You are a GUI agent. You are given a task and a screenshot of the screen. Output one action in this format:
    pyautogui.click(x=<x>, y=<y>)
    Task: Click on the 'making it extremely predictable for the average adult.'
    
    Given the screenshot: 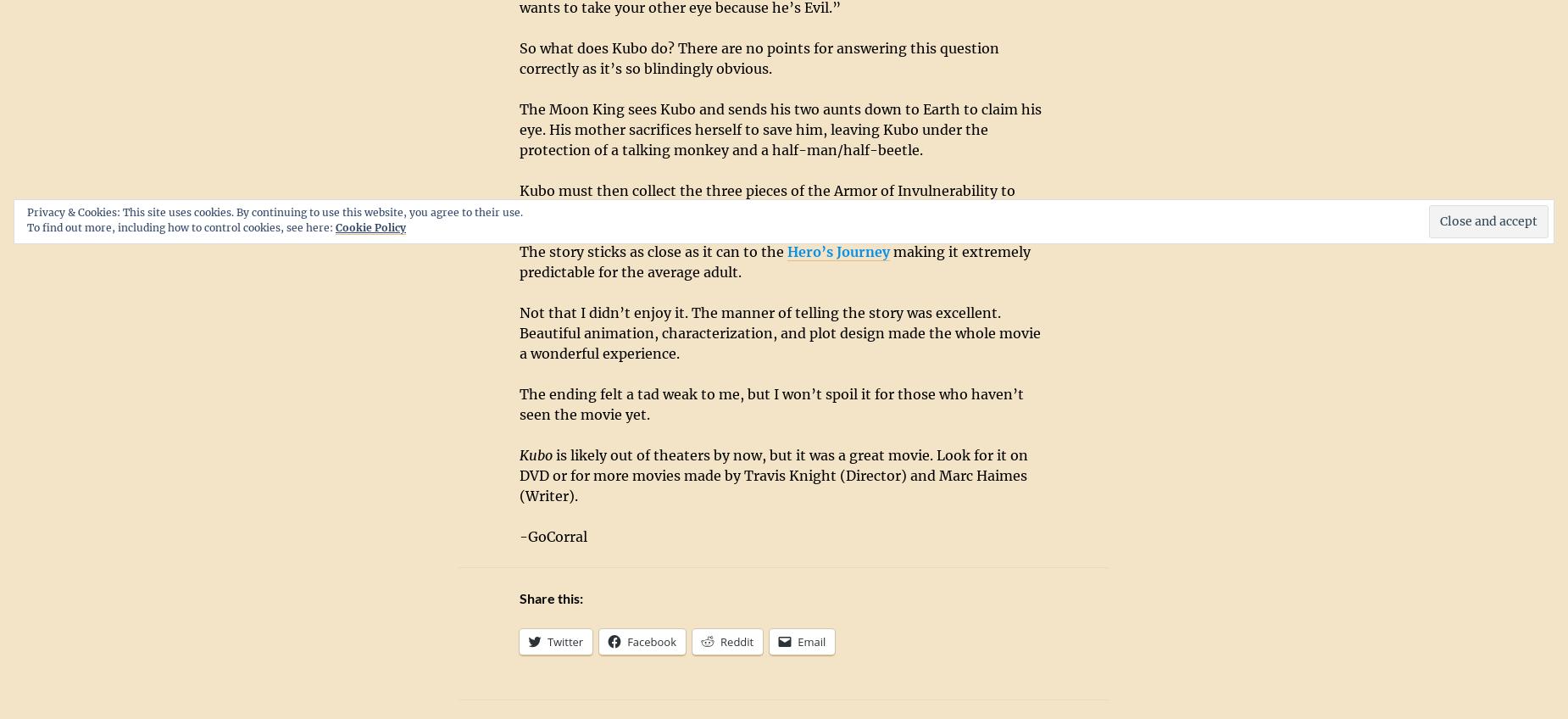 What is the action you would take?
    pyautogui.click(x=775, y=262)
    